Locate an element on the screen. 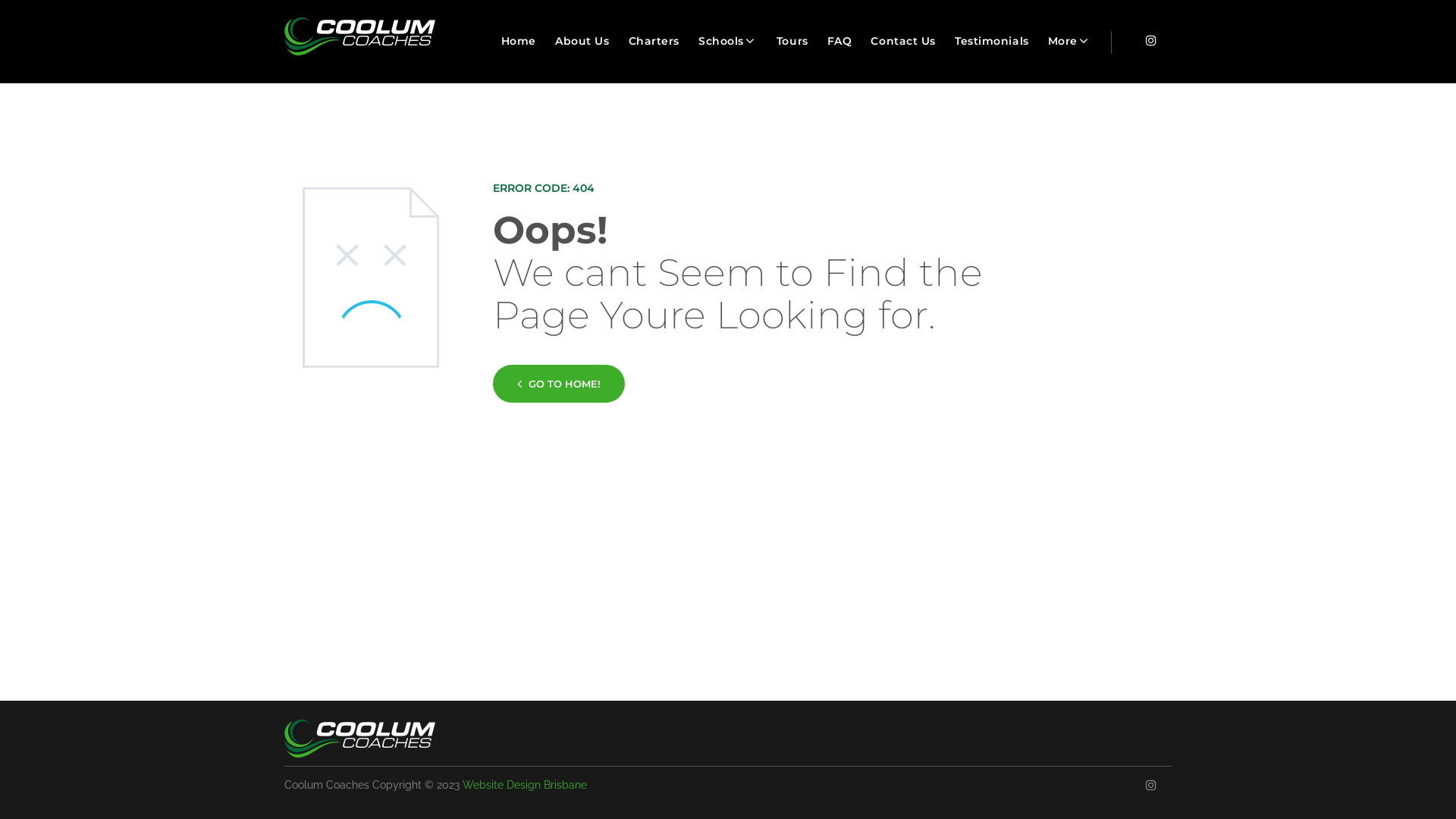  'Contact Us' is located at coordinates (902, 40).